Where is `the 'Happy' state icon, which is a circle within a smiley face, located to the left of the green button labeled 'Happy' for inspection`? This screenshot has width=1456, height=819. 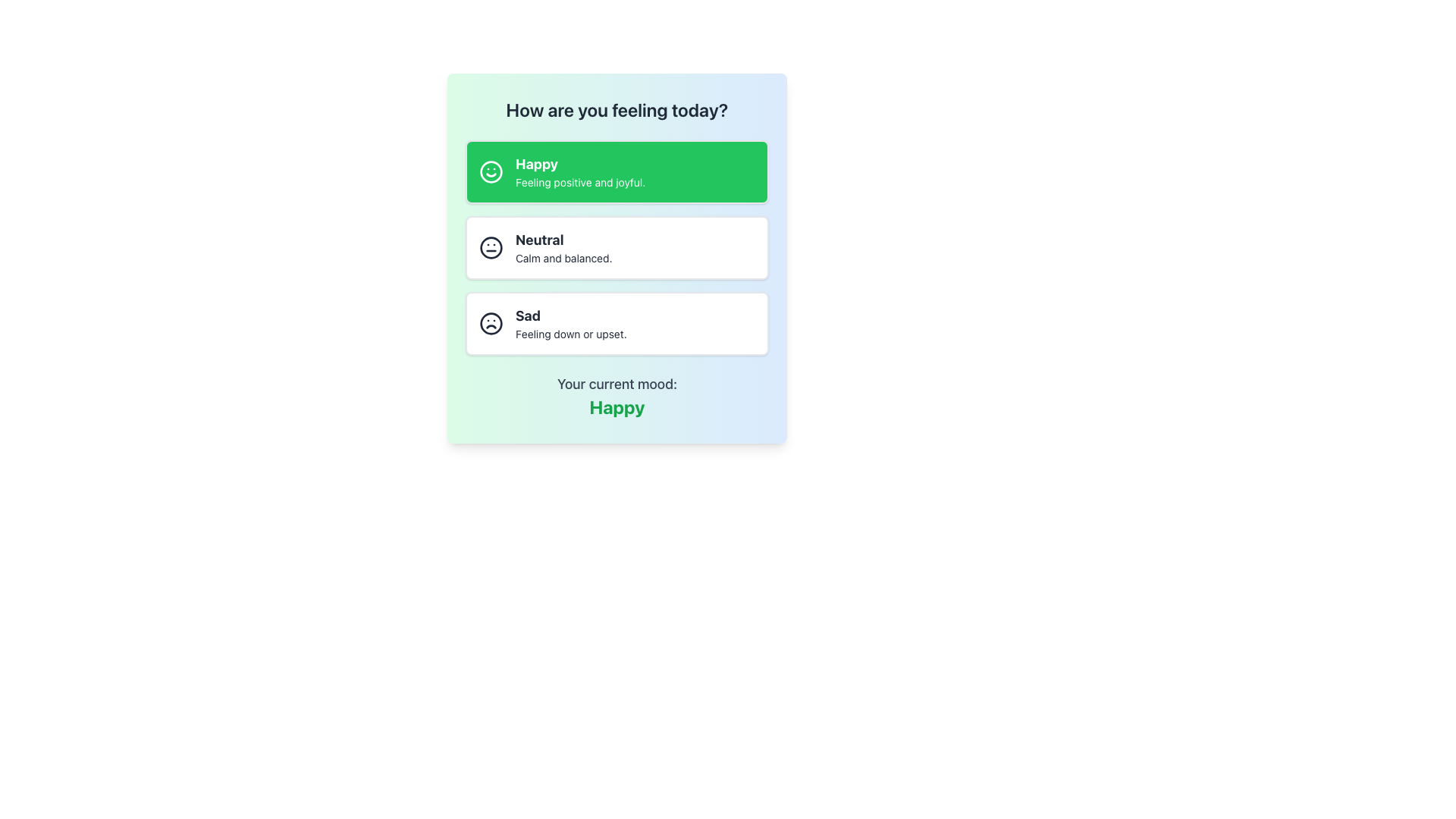
the 'Happy' state icon, which is a circle within a smiley face, located to the left of the green button labeled 'Happy' for inspection is located at coordinates (491, 171).